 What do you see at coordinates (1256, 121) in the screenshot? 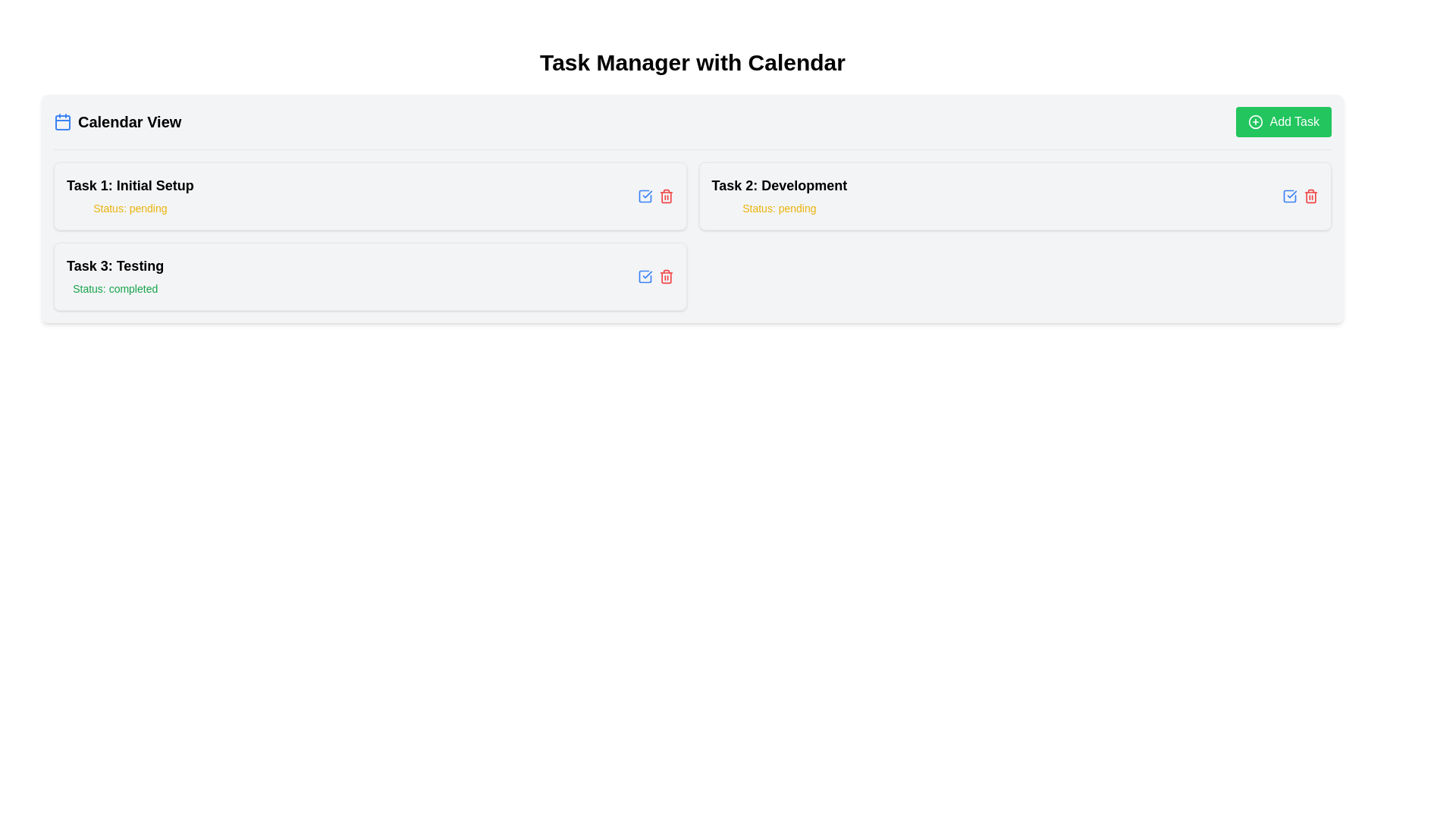
I see `the circular icon located at the left end of the 'Add Task' button in the top-right area of the header section` at bounding box center [1256, 121].